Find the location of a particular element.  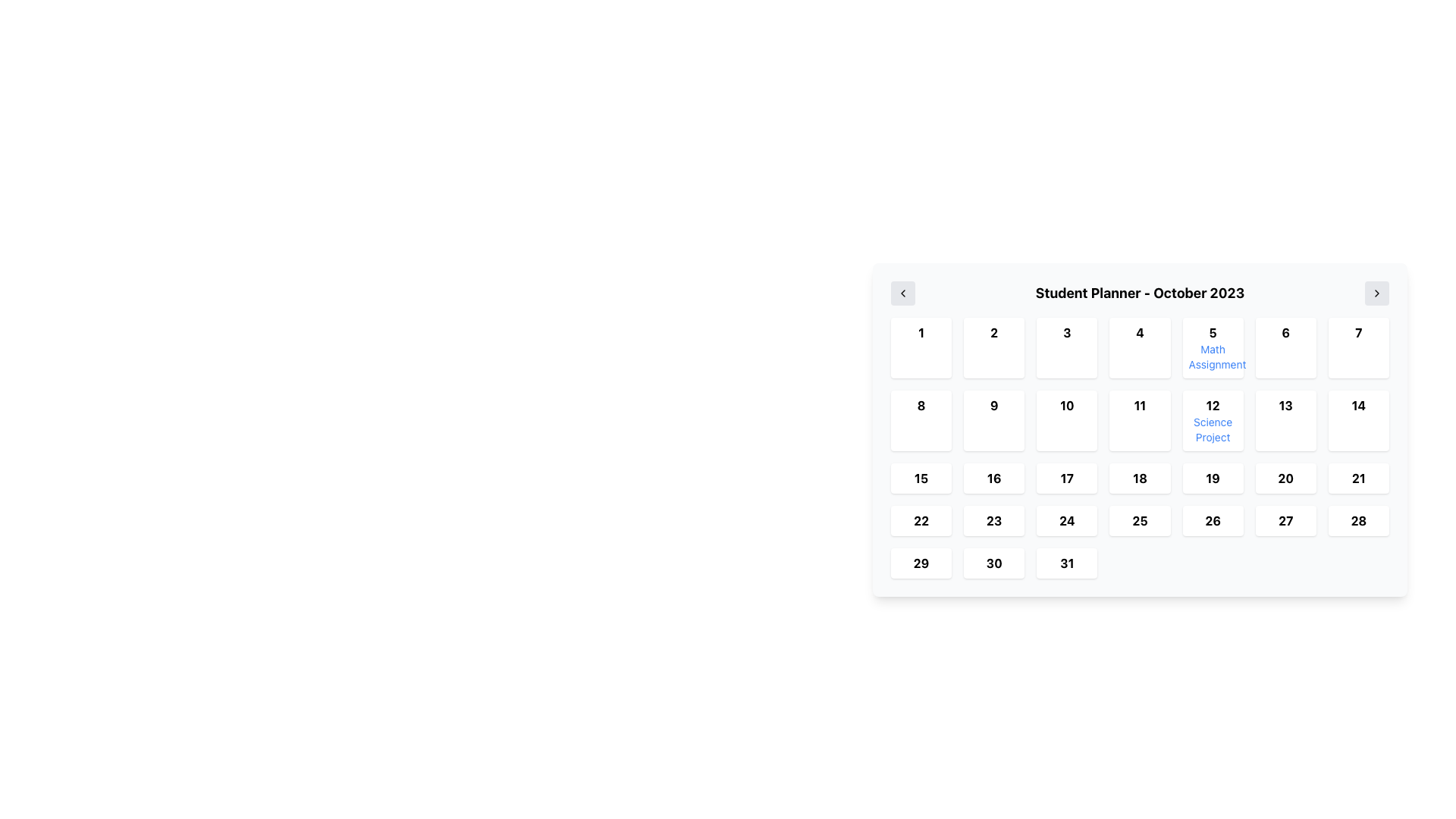

text displayed in the Text Display element that shows 'Student Planner - October 2023', positioned at the top center of the calendar interface is located at coordinates (1140, 293).